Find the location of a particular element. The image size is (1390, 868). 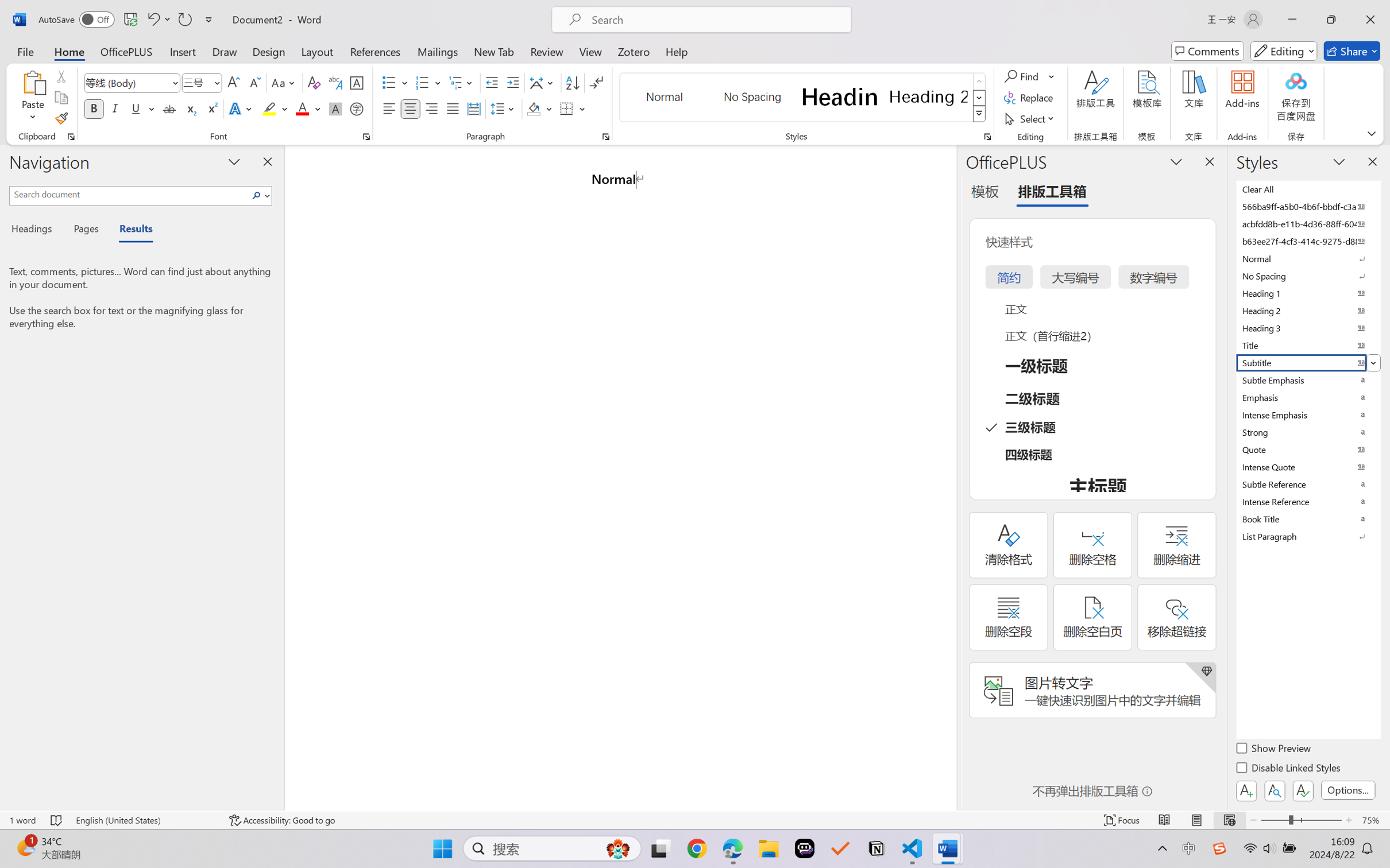

'AutomationID: BadgeAnchorLargeTicker' is located at coordinates (25, 847).